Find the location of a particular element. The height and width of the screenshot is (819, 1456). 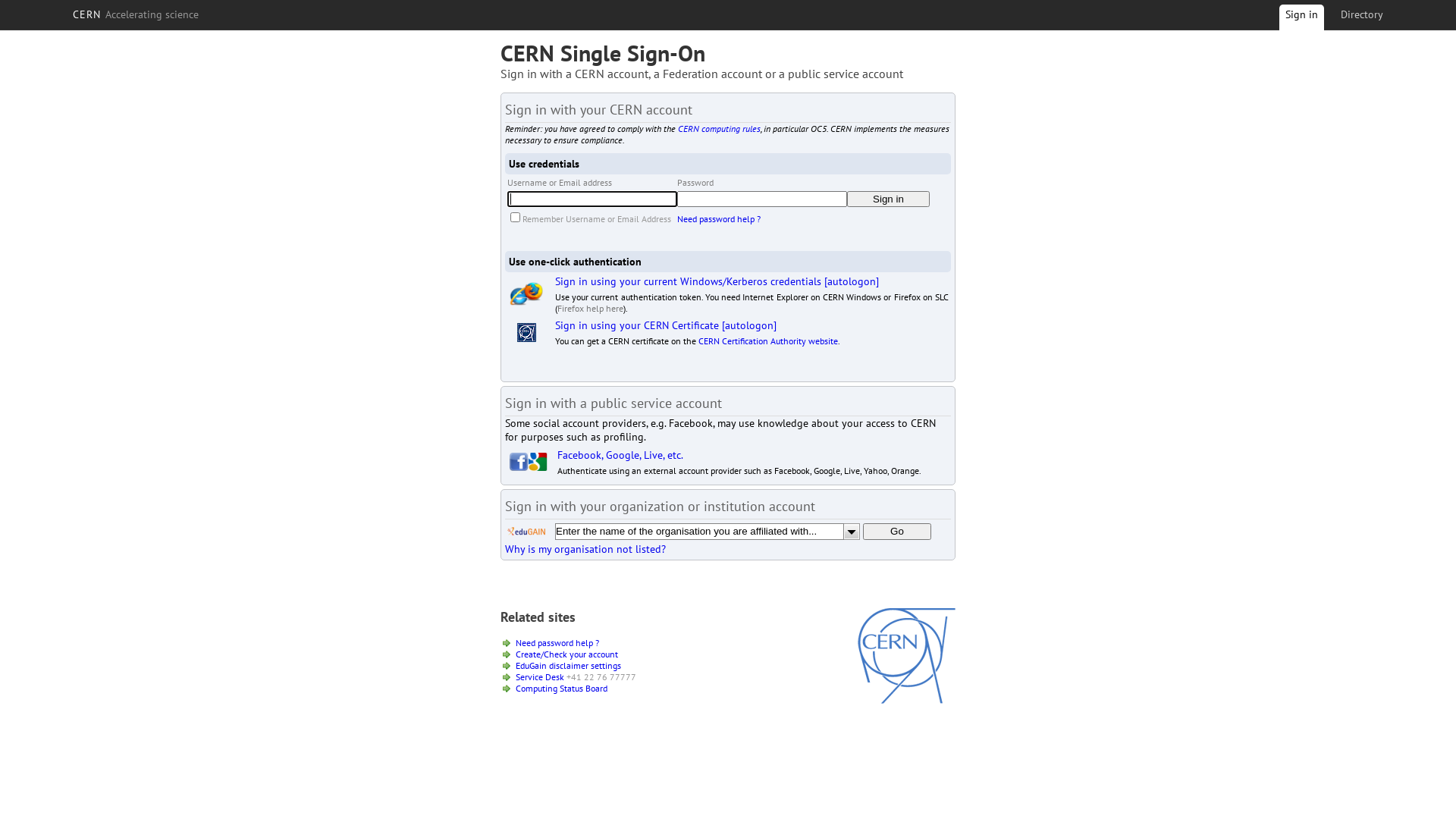

'[autologon]' is located at coordinates (749, 324).